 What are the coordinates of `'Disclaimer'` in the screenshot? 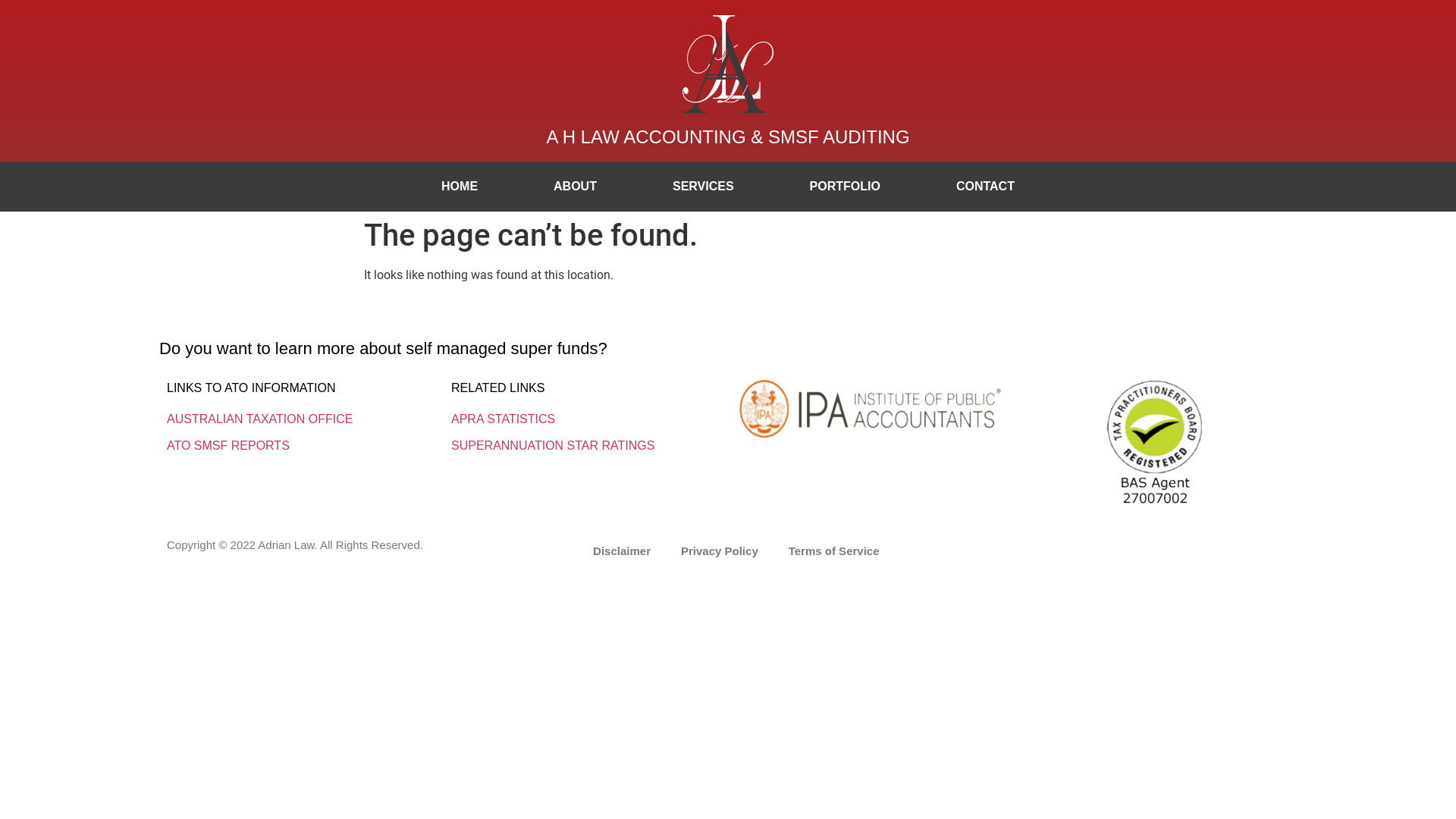 It's located at (577, 551).